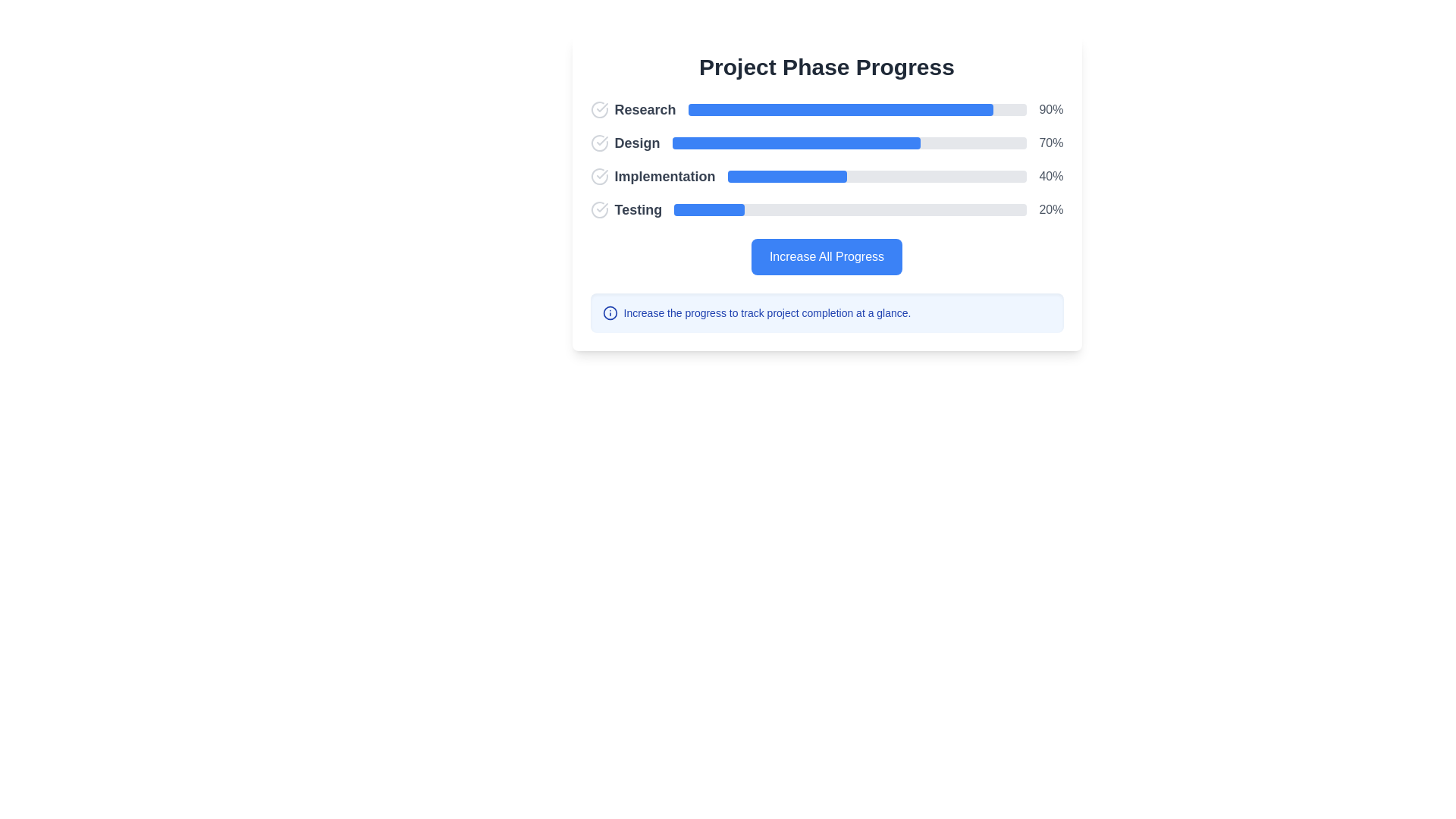  Describe the element at coordinates (839, 109) in the screenshot. I see `the Progress Bar representing the completion progress of the 'Research' phase in the 'Project Phase Progress' section` at that location.